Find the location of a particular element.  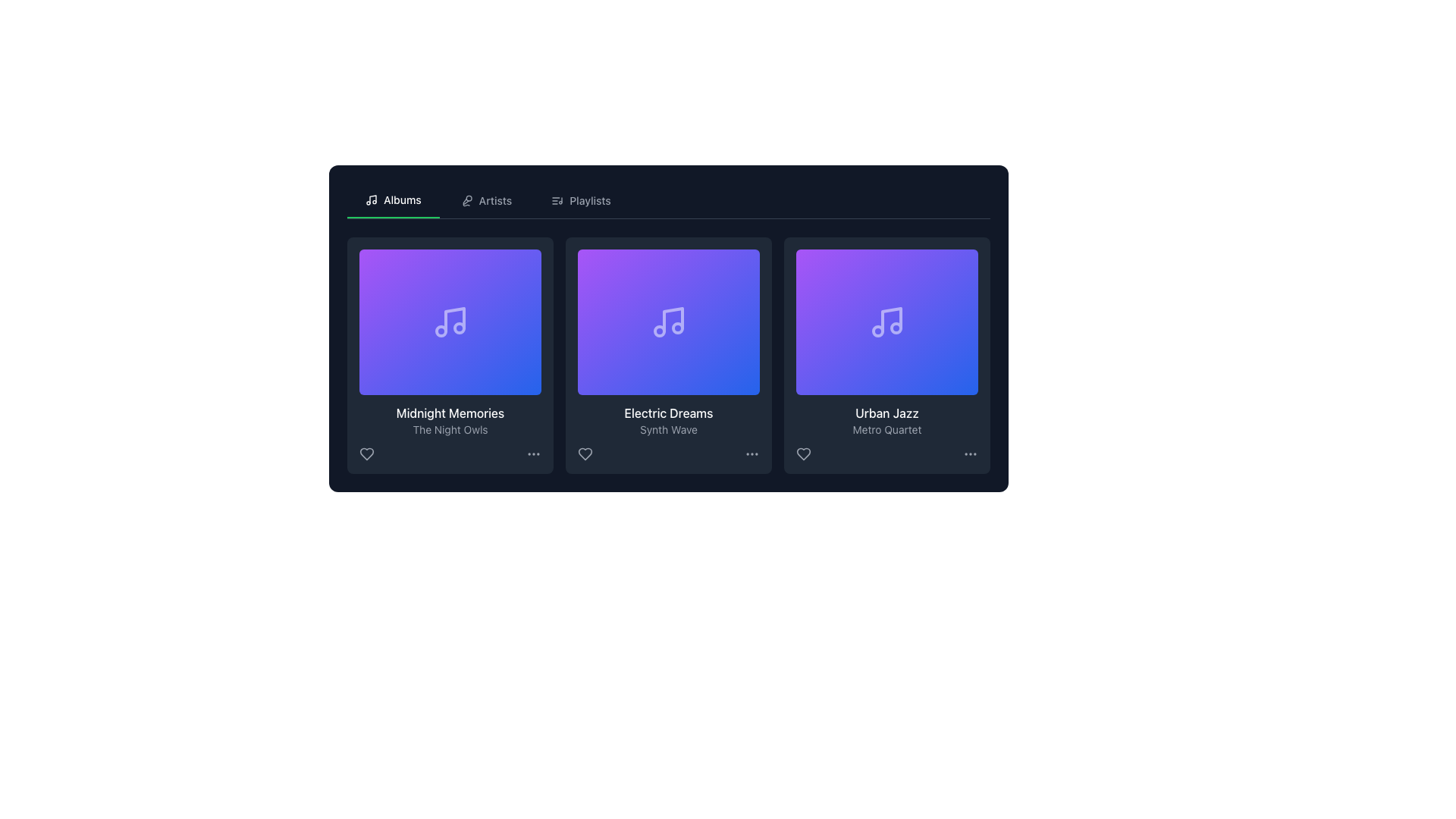

the 'Artists' navigation tab is located at coordinates (486, 200).